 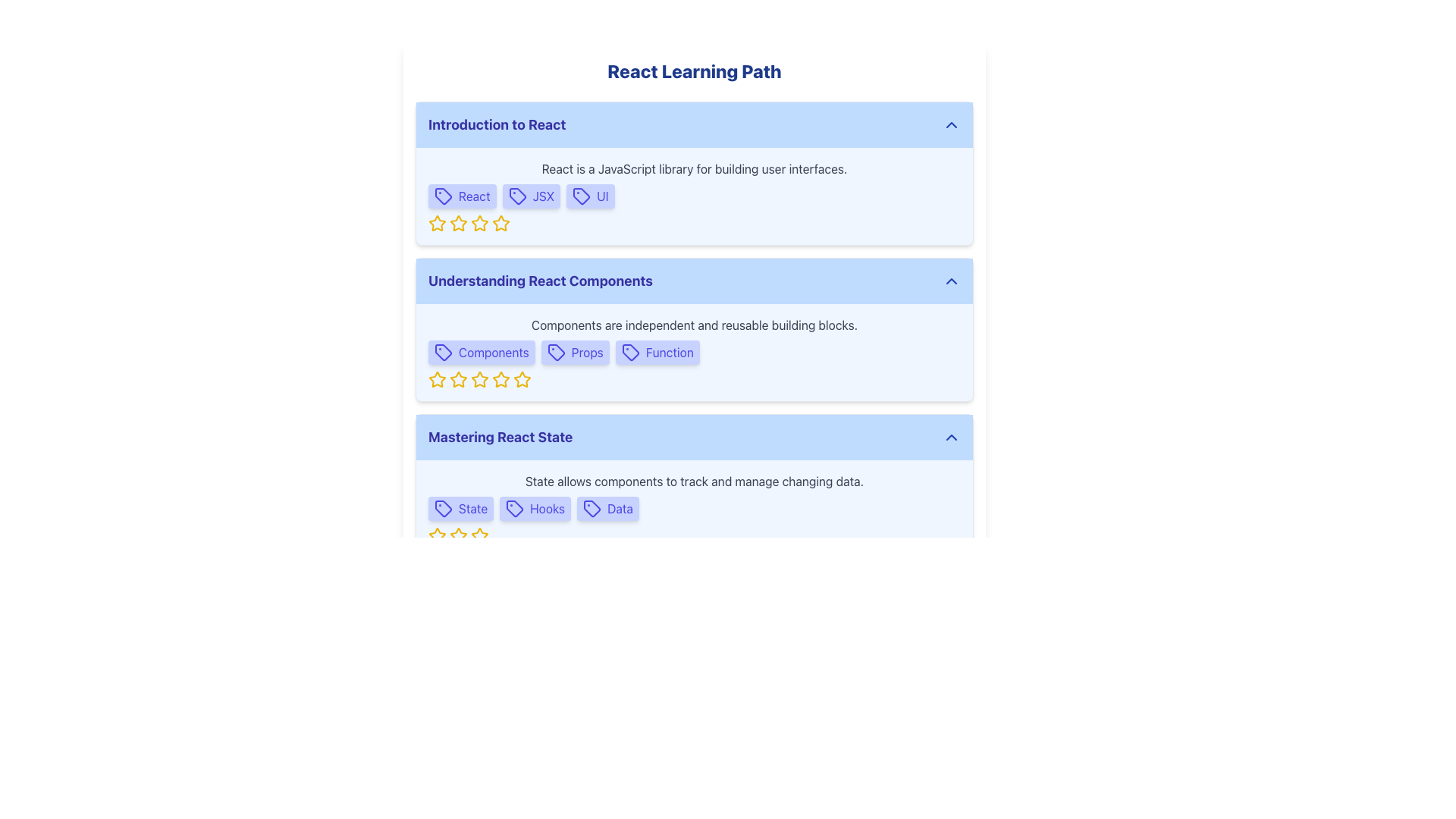 What do you see at coordinates (436, 535) in the screenshot?
I see `the first star icon in the rating system within the 'Mastering React State' section` at bounding box center [436, 535].